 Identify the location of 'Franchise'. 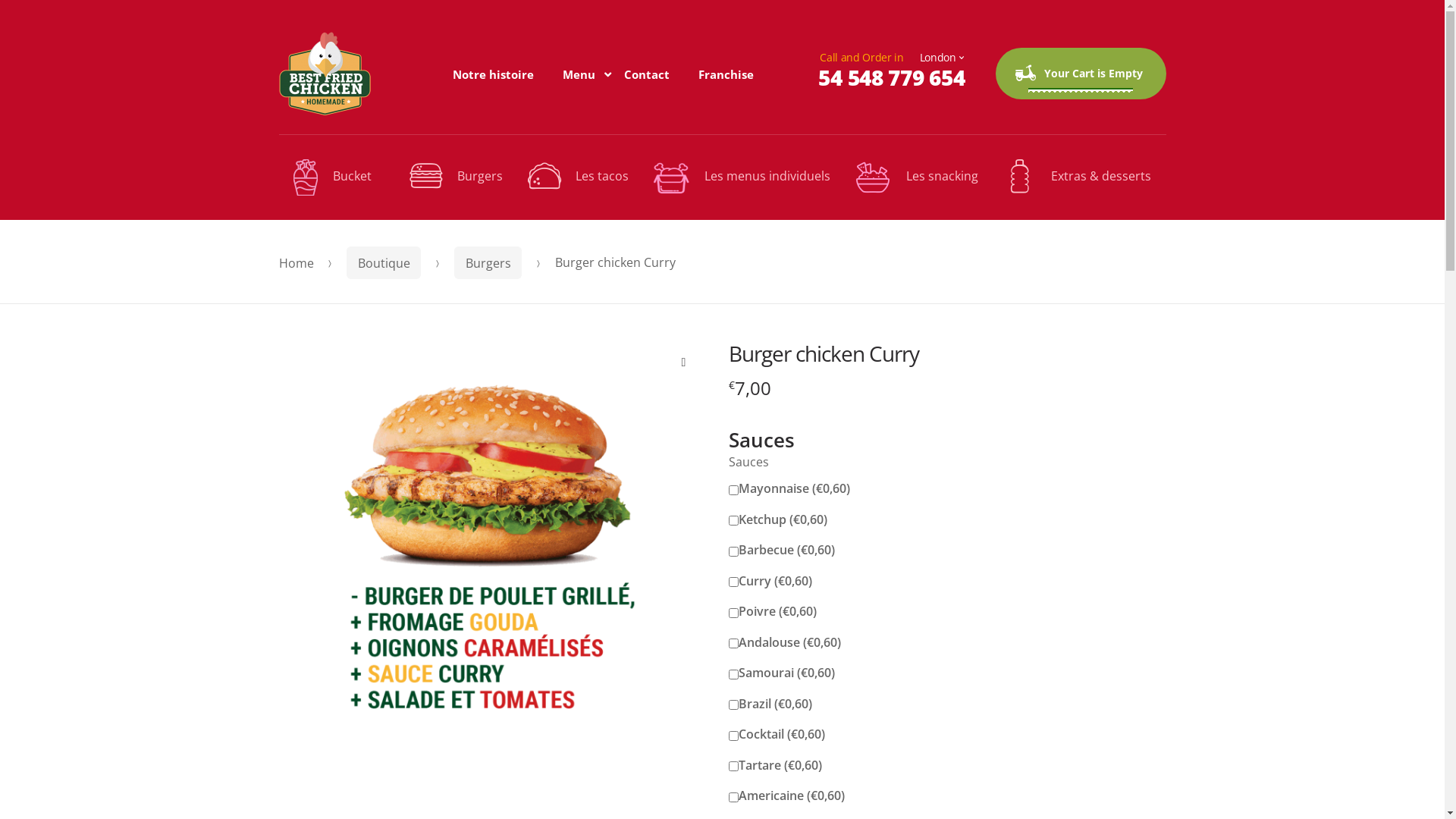
(725, 73).